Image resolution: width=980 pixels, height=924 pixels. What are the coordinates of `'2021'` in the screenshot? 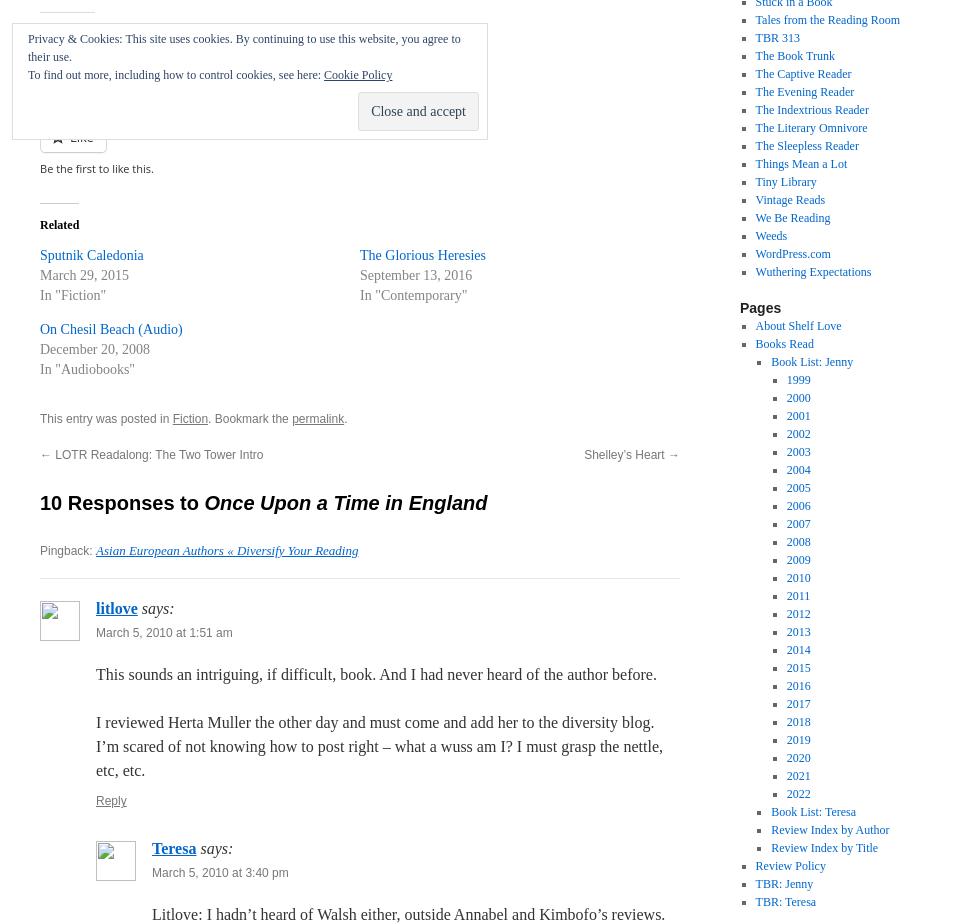 It's located at (798, 775).